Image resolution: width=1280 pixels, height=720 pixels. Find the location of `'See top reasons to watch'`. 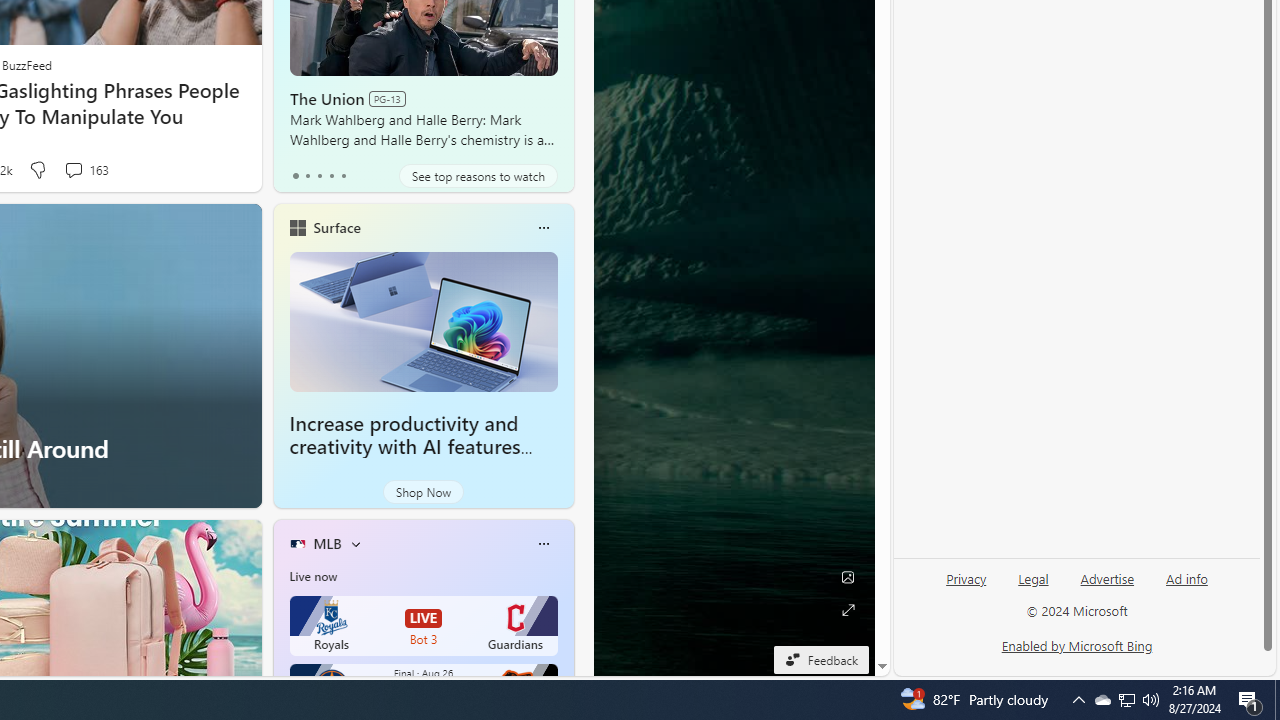

'See top reasons to watch' is located at coordinates (477, 175).